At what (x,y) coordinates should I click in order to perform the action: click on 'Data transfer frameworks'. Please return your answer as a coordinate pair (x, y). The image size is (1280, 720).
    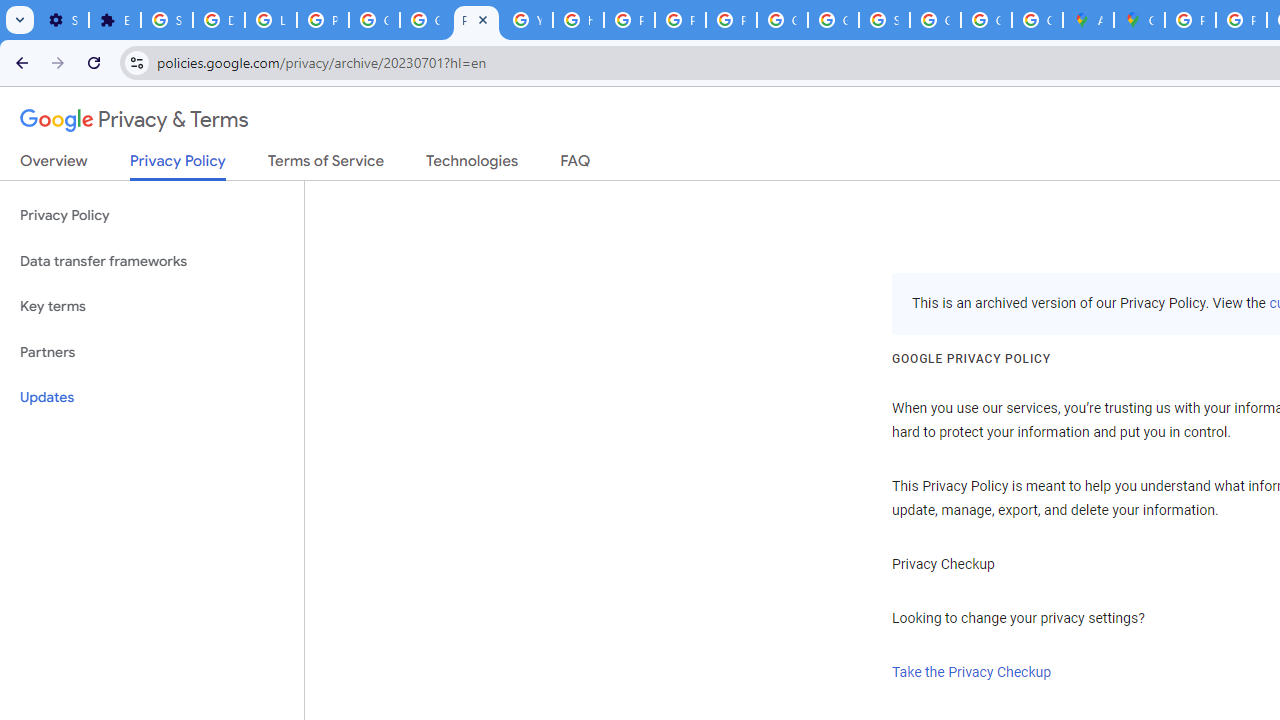
    Looking at the image, I should click on (151, 260).